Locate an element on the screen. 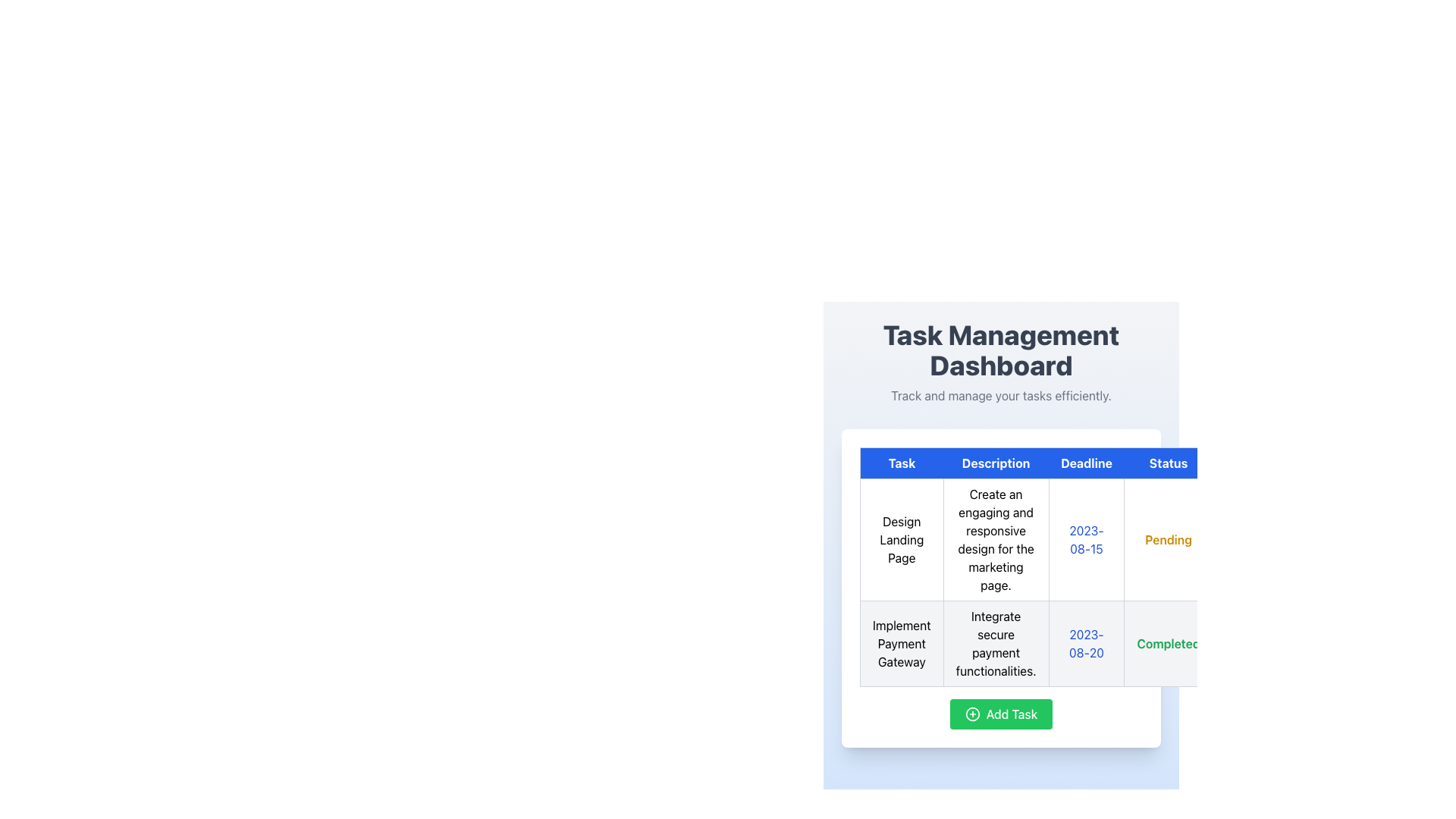  text label of the 'Deadline' column header in the table, which indicates the data content present in that column is located at coordinates (1086, 462).